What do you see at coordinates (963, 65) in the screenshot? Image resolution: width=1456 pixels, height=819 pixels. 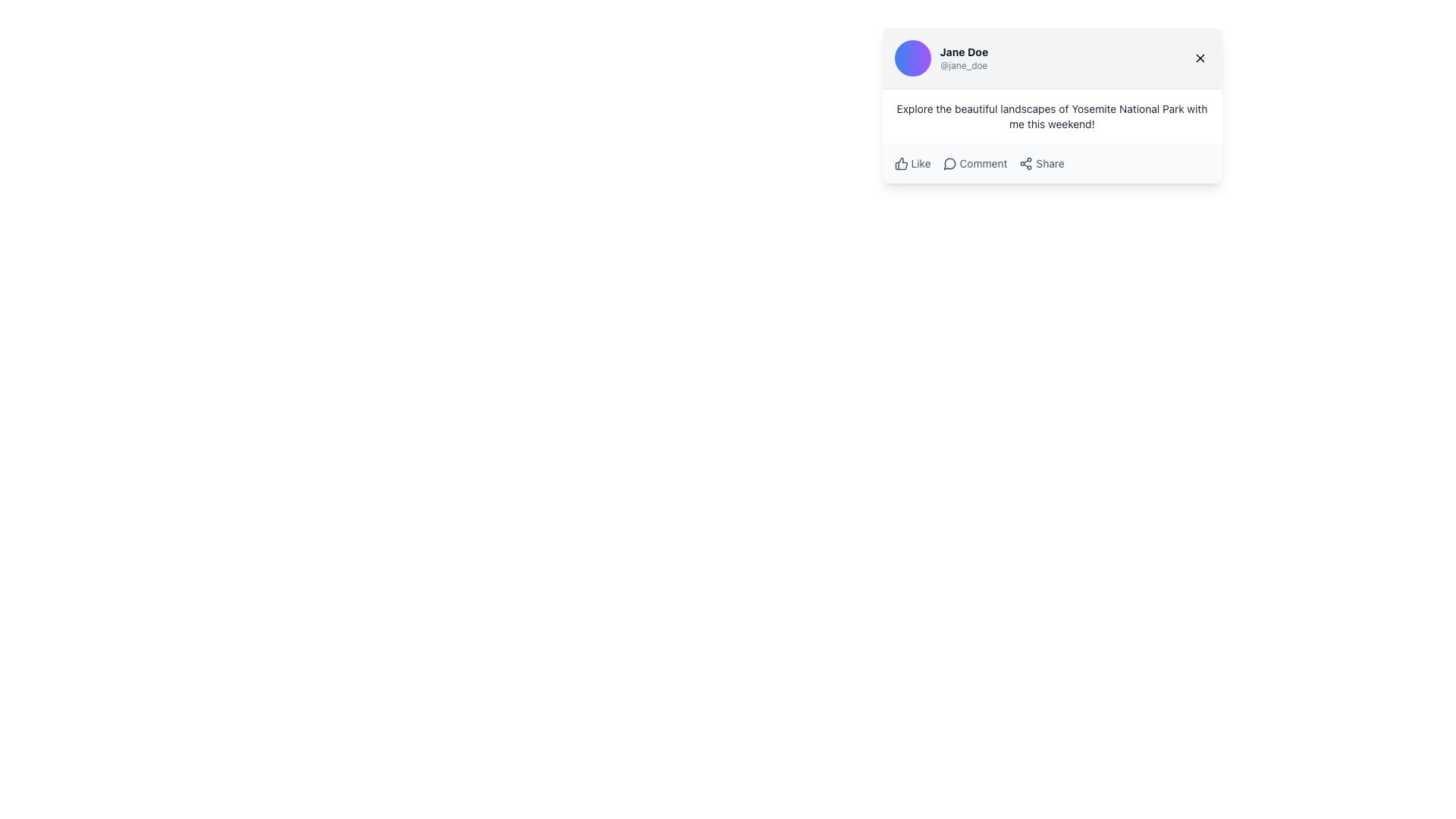 I see `the username handle text located immediately underneath the 'Jane Doe' heading in the profile details area` at bounding box center [963, 65].